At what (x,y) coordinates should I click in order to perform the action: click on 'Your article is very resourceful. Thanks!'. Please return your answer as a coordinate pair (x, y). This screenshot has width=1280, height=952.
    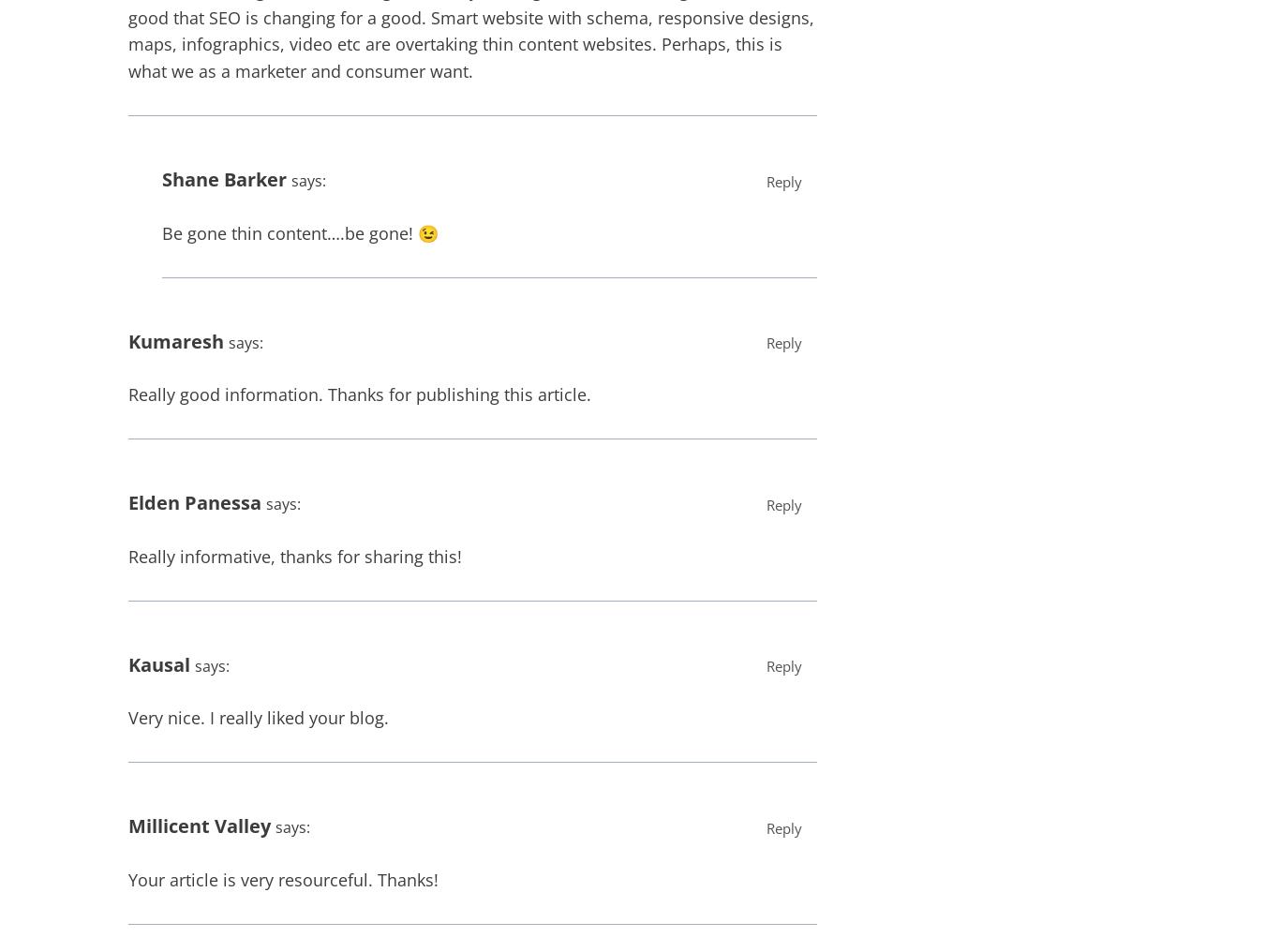
    Looking at the image, I should click on (283, 878).